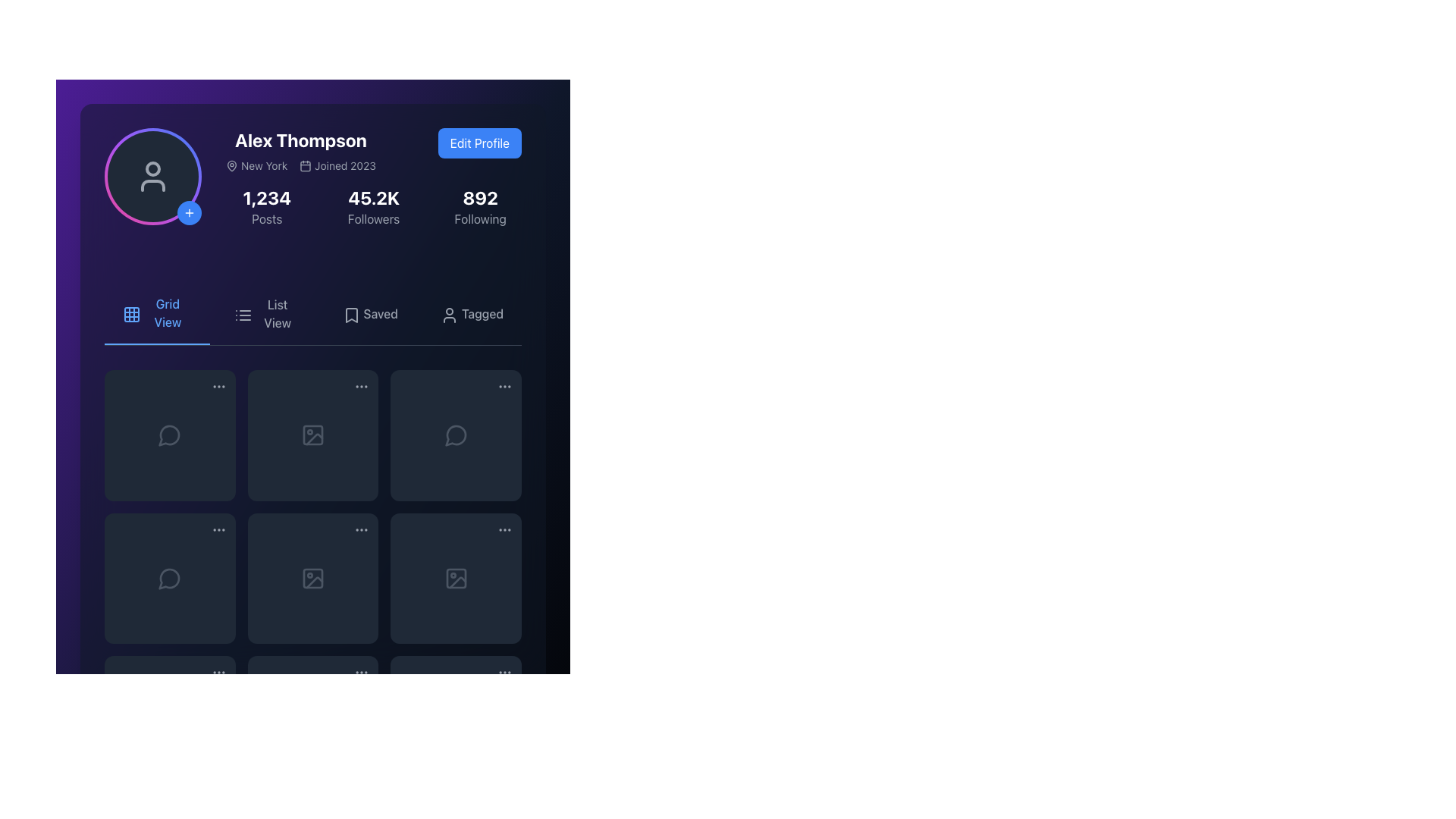  What do you see at coordinates (312, 579) in the screenshot?
I see `the icon representing an image or pictorial content located` at bounding box center [312, 579].